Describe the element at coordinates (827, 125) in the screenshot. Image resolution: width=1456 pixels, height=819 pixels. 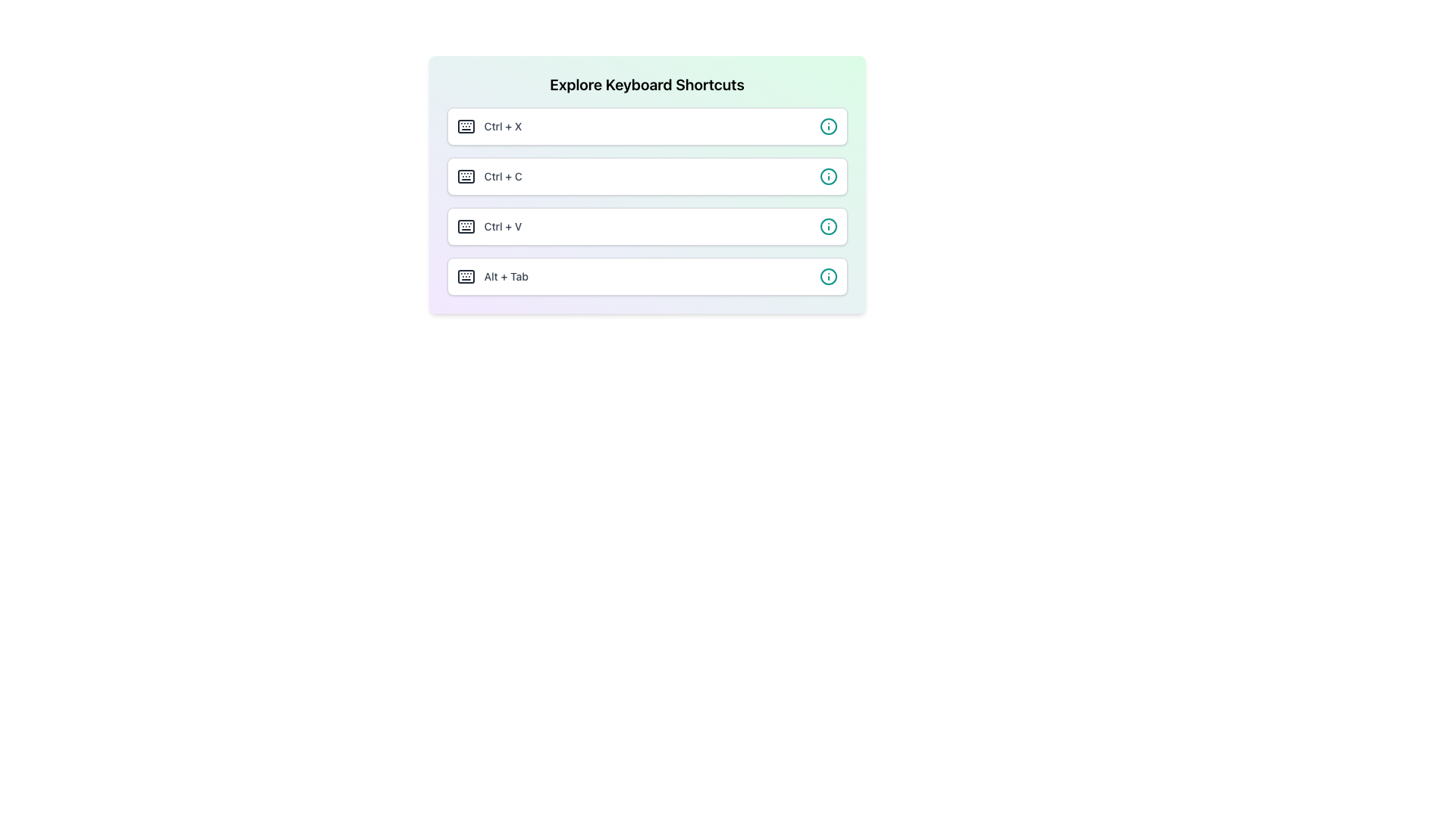
I see `the information icon located at the rightmost position of the 'Ctrl + X' entry` at that location.